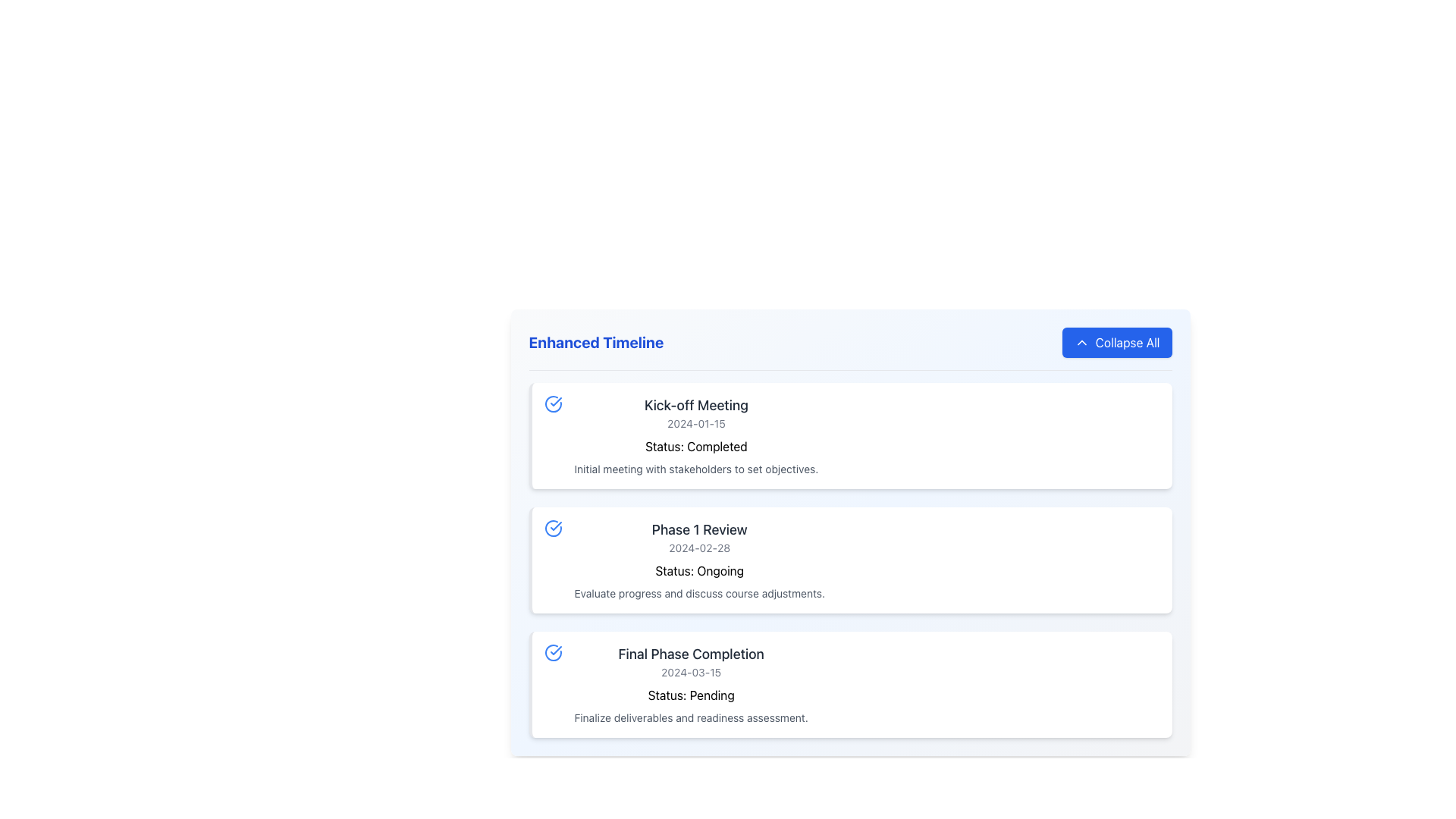  I want to click on the checkmark graphic within the Phase 1 Review section of the timeline interface, which is part of the SVG icon, so click(555, 400).